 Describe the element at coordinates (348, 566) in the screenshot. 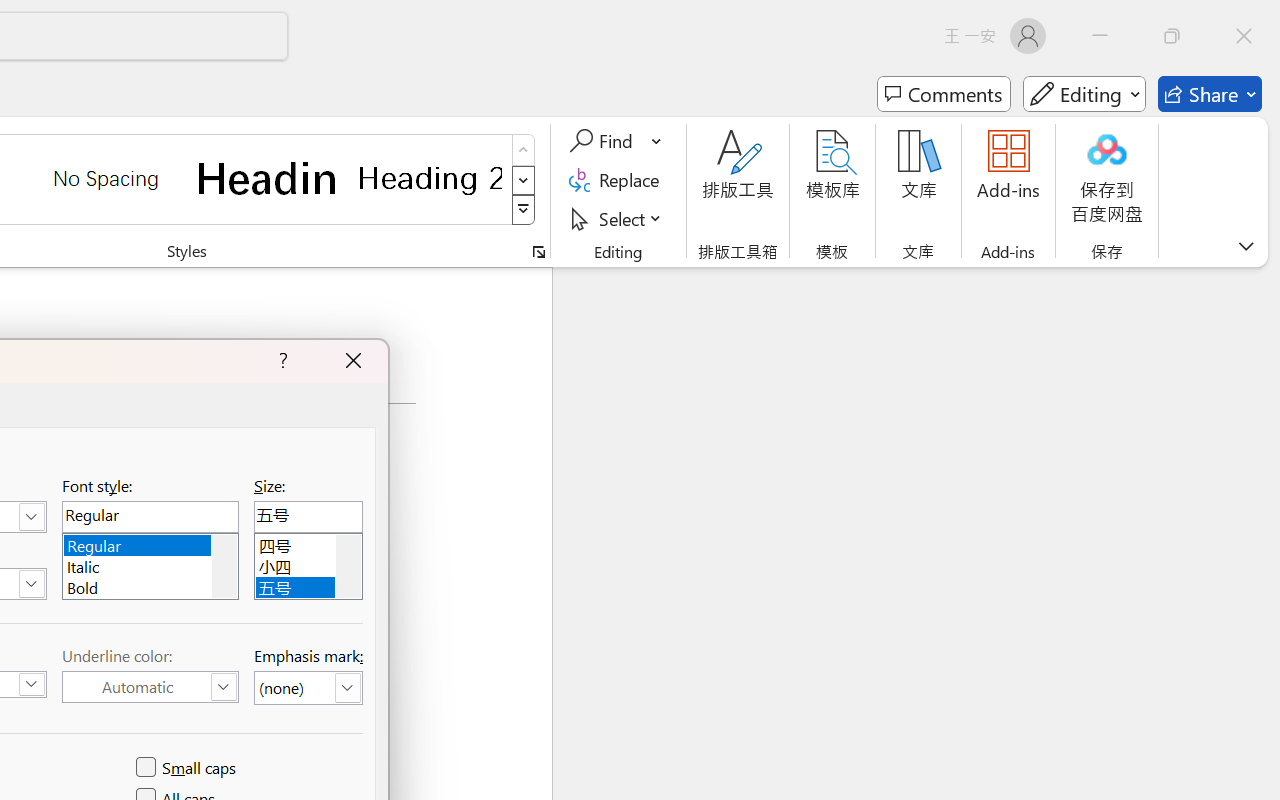

I see `'AutomationID: 1797'` at that location.